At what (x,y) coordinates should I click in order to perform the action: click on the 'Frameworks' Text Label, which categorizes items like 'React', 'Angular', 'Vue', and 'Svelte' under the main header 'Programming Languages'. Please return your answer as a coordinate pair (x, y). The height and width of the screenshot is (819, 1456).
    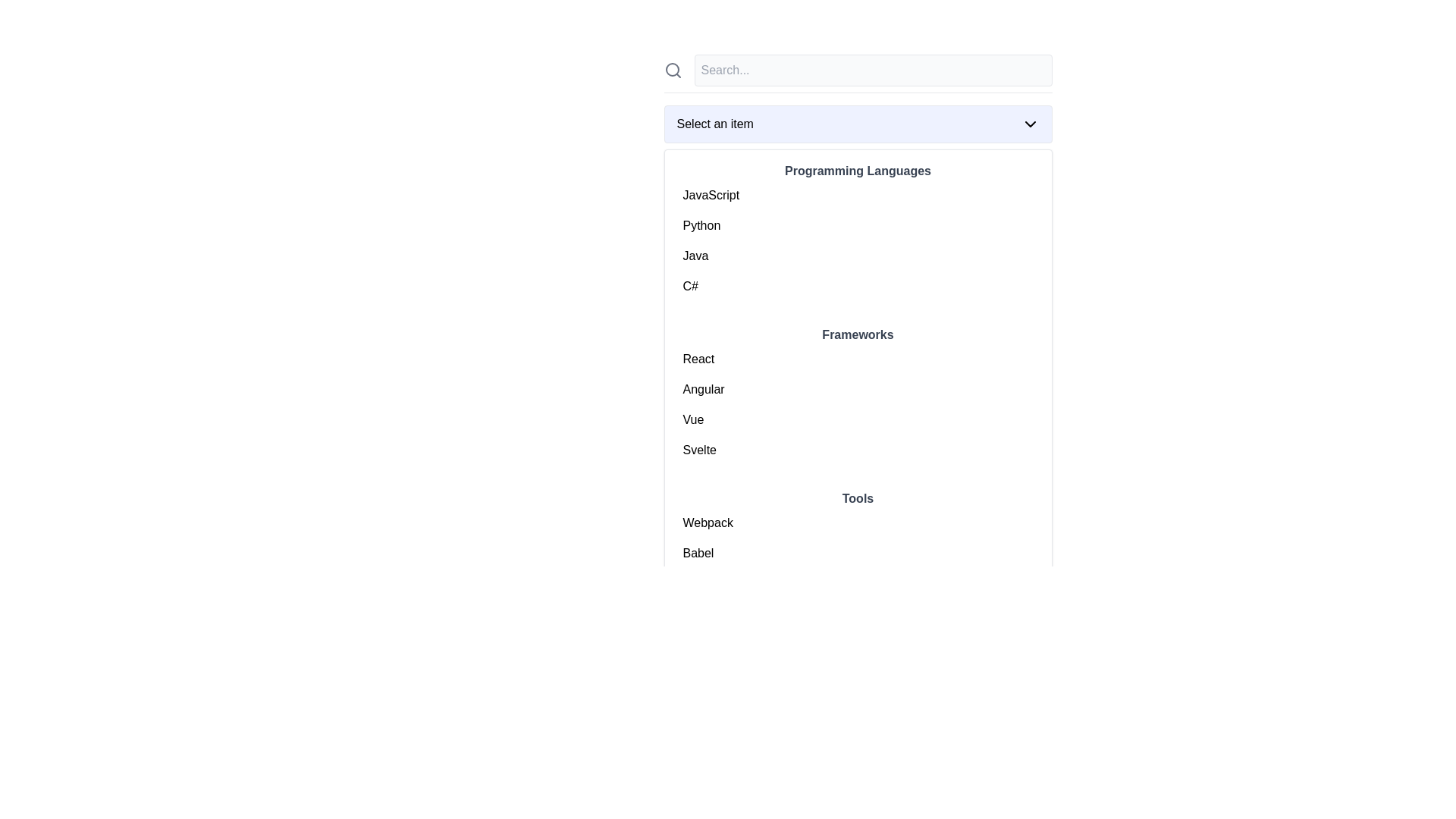
    Looking at the image, I should click on (858, 334).